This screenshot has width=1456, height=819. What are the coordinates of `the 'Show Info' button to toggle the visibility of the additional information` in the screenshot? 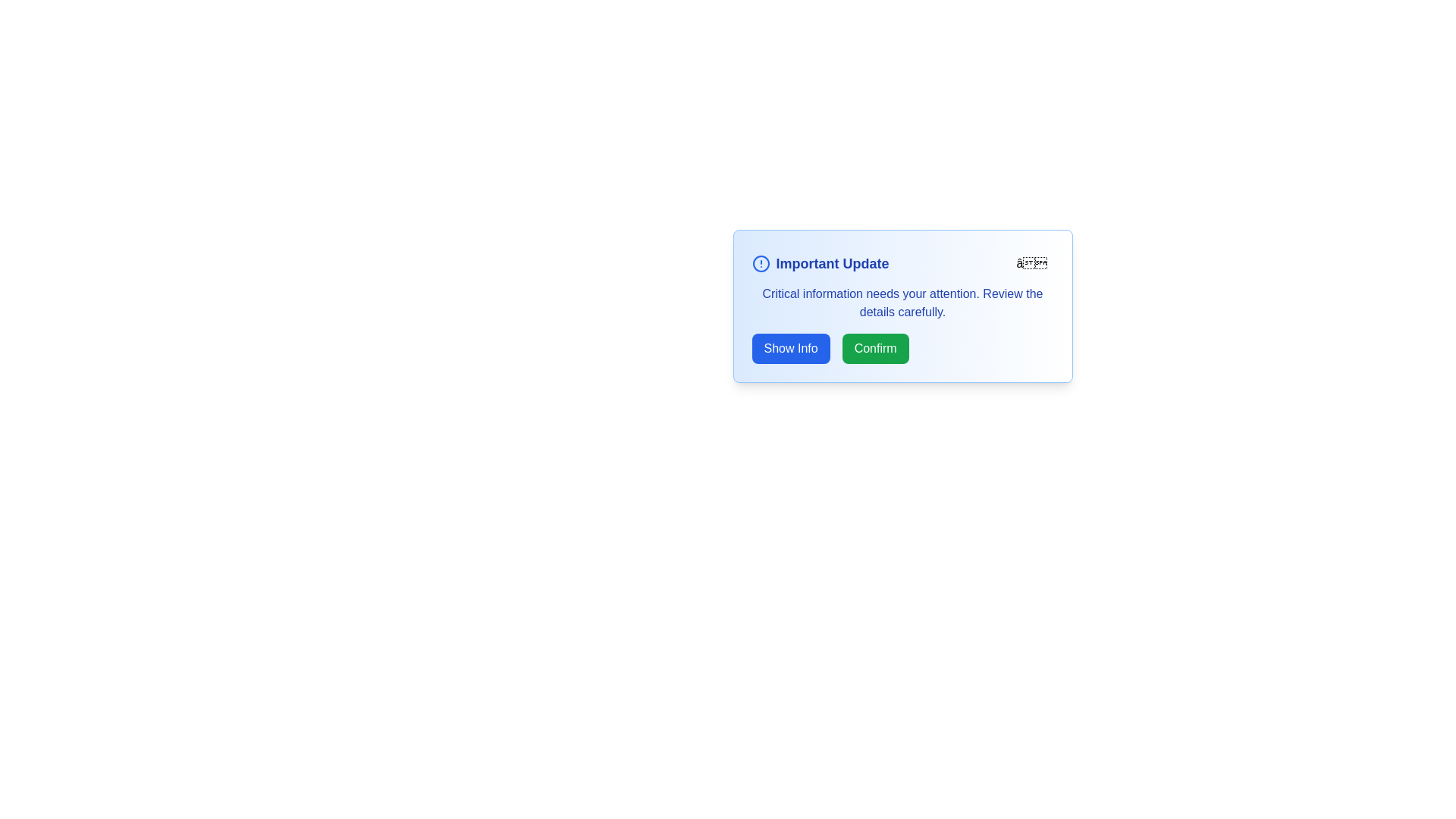 It's located at (789, 348).